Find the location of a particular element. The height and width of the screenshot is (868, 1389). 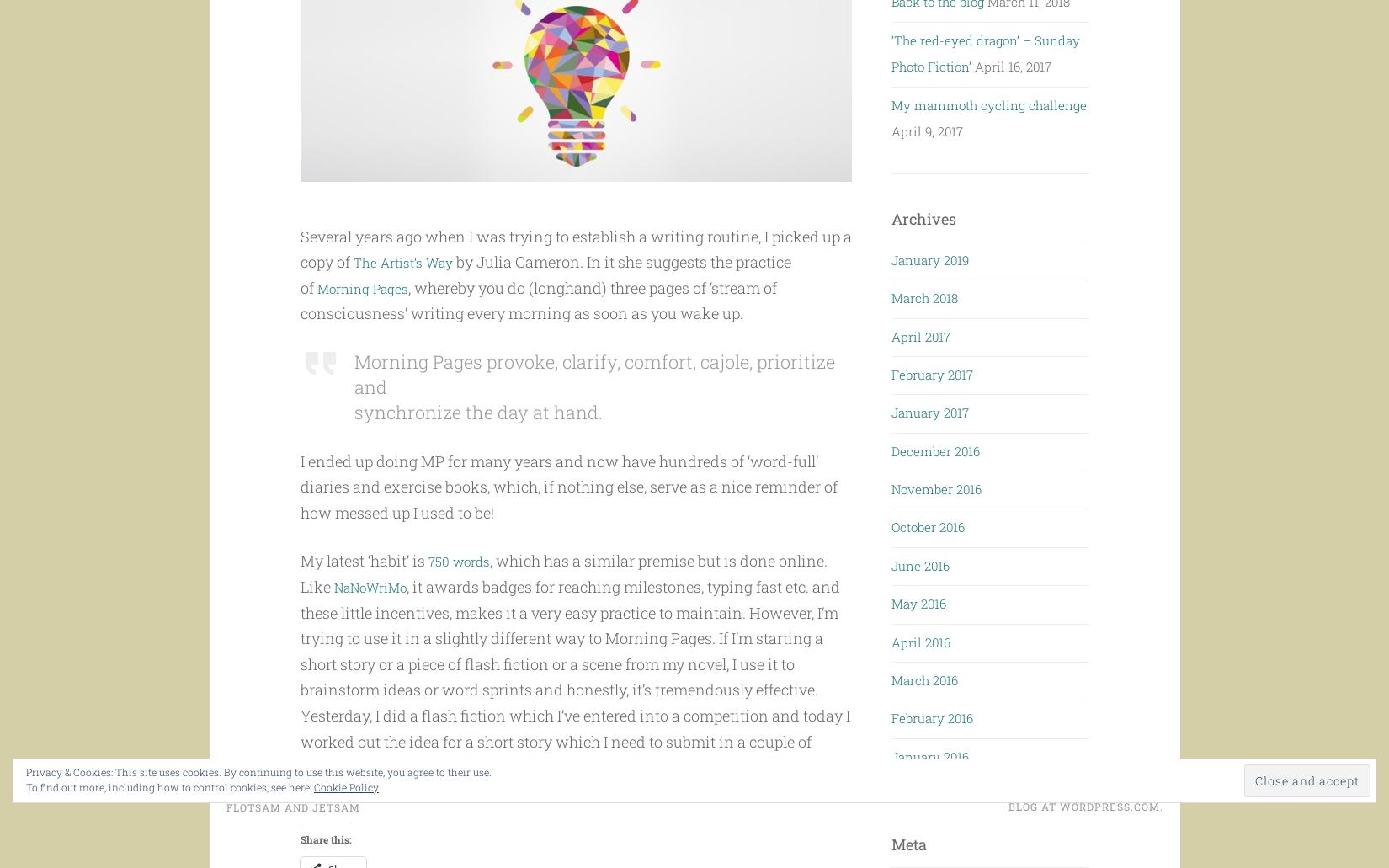

'January 2016' is located at coordinates (930, 756).